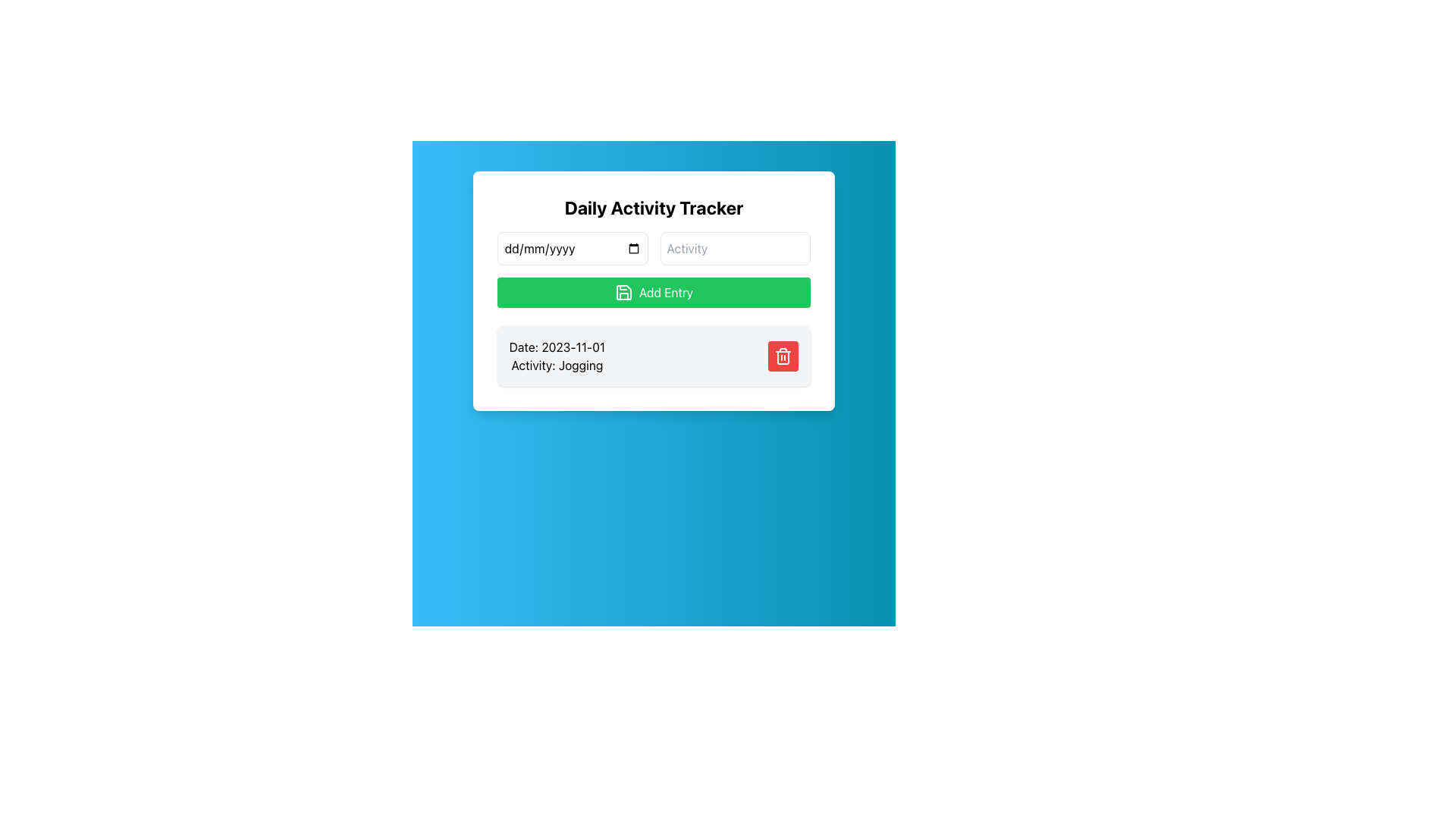  I want to click on the delete button located at the far right of the content row for the activity entry 'Jogging on 2023-11-01', so click(783, 356).